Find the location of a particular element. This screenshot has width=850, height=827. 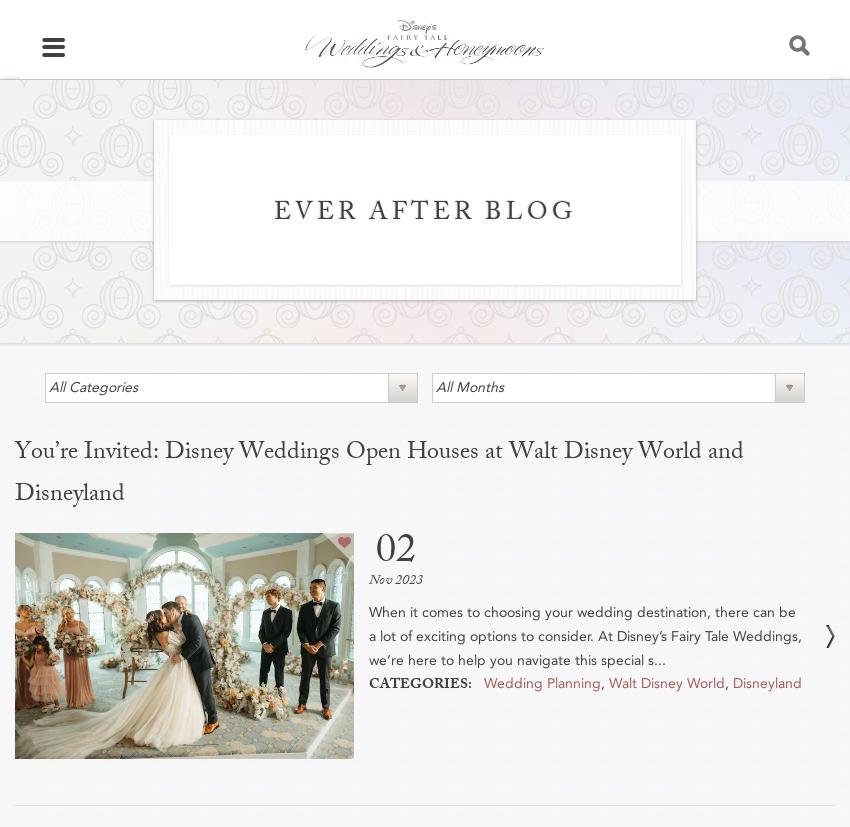

'You’re Invited: Disney Weddings Open Houses at Walt Disney World and Disneyland' is located at coordinates (13, 474).